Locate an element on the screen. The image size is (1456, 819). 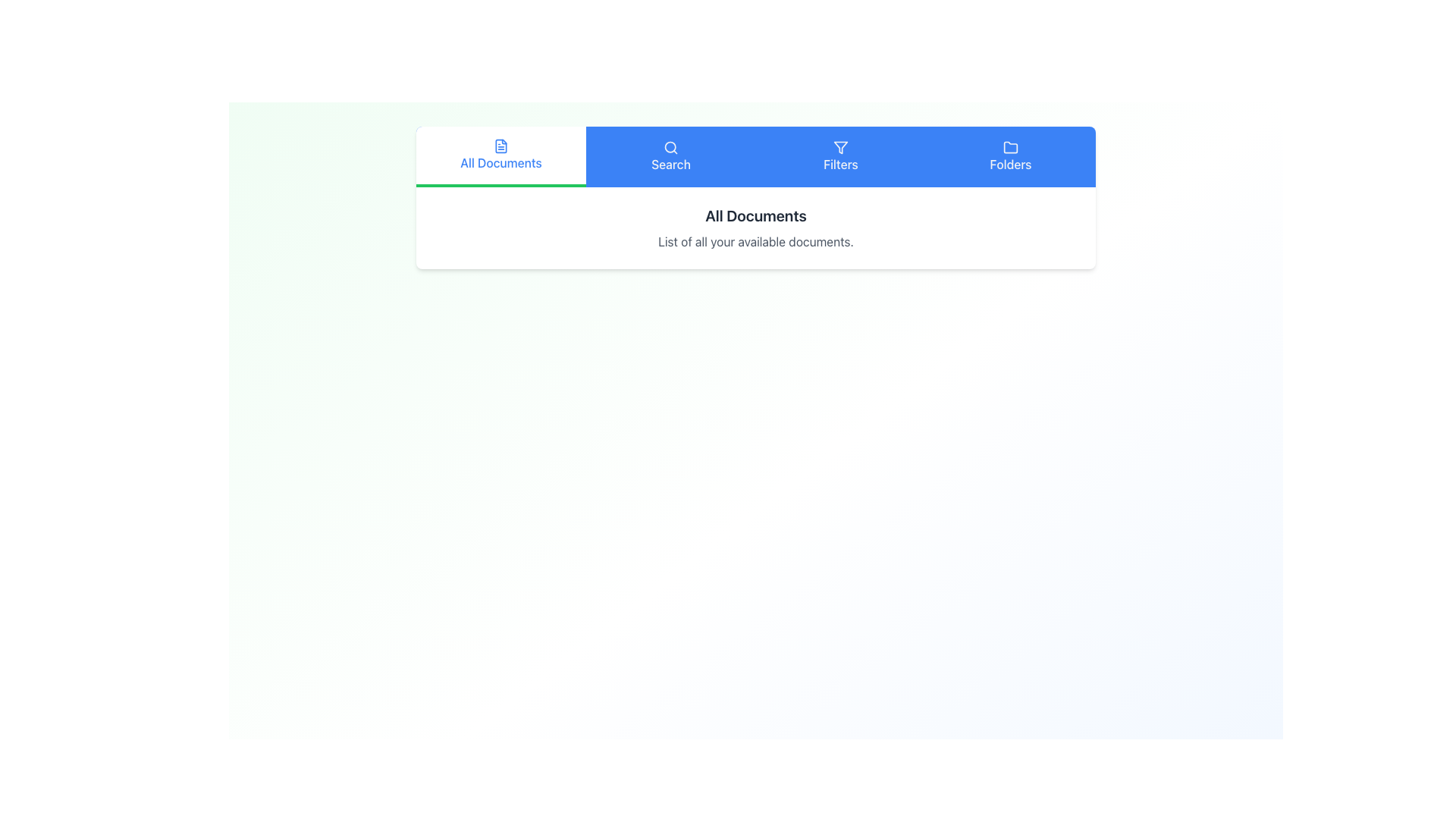
the folder icon located at the far right of the 'Folders' vertical layout is located at coordinates (1011, 148).